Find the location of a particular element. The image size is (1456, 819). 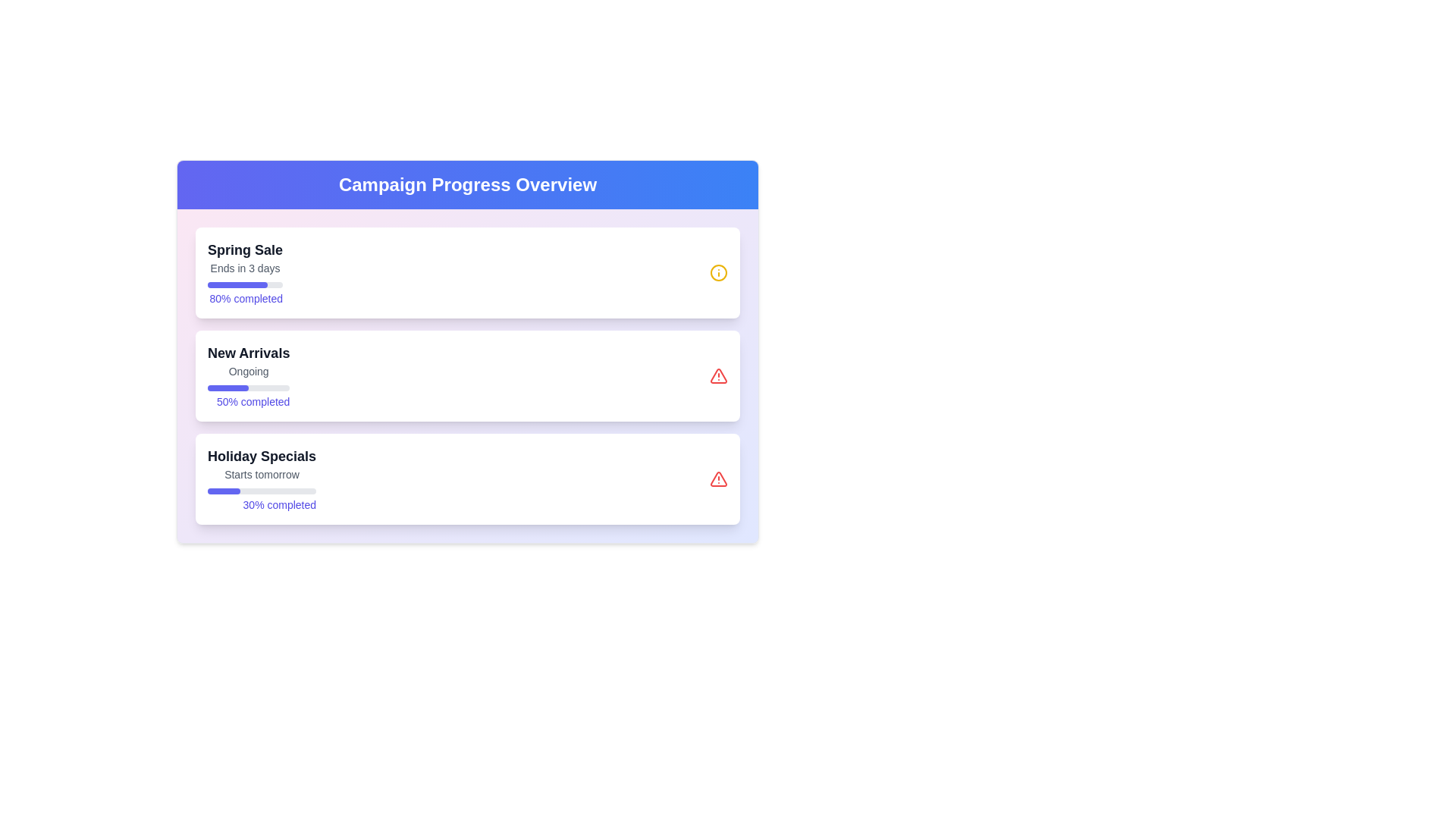

the summary card labeled 'Holiday Specials' which is the third card in a vertical stack of three cards, located at the bottom-most position is located at coordinates (467, 479).